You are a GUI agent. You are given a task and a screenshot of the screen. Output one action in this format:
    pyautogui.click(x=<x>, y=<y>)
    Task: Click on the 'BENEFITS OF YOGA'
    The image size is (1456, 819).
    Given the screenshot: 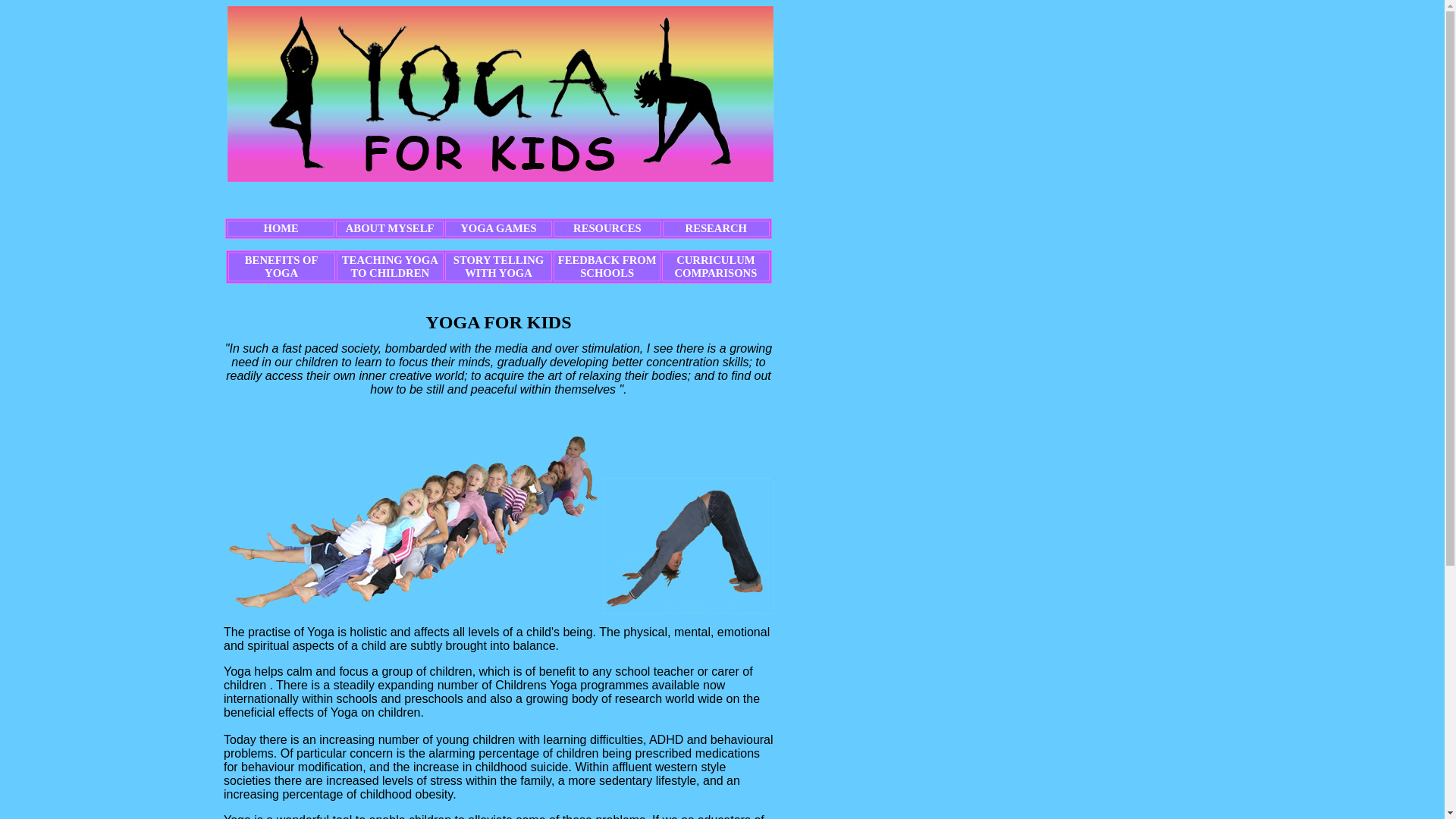 What is the action you would take?
    pyautogui.click(x=281, y=266)
    